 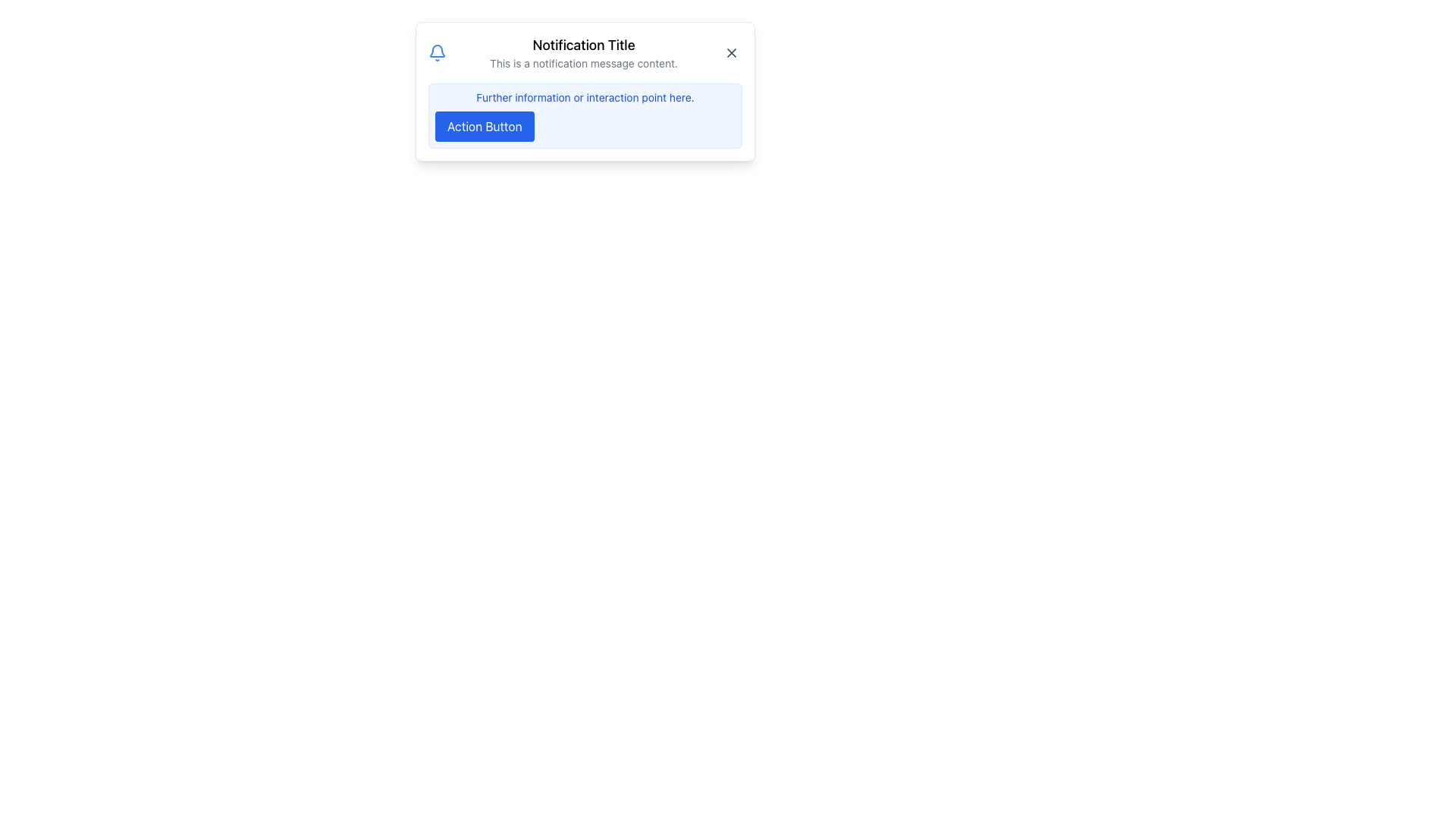 What do you see at coordinates (585, 52) in the screenshot?
I see `the Notification Header` at bounding box center [585, 52].